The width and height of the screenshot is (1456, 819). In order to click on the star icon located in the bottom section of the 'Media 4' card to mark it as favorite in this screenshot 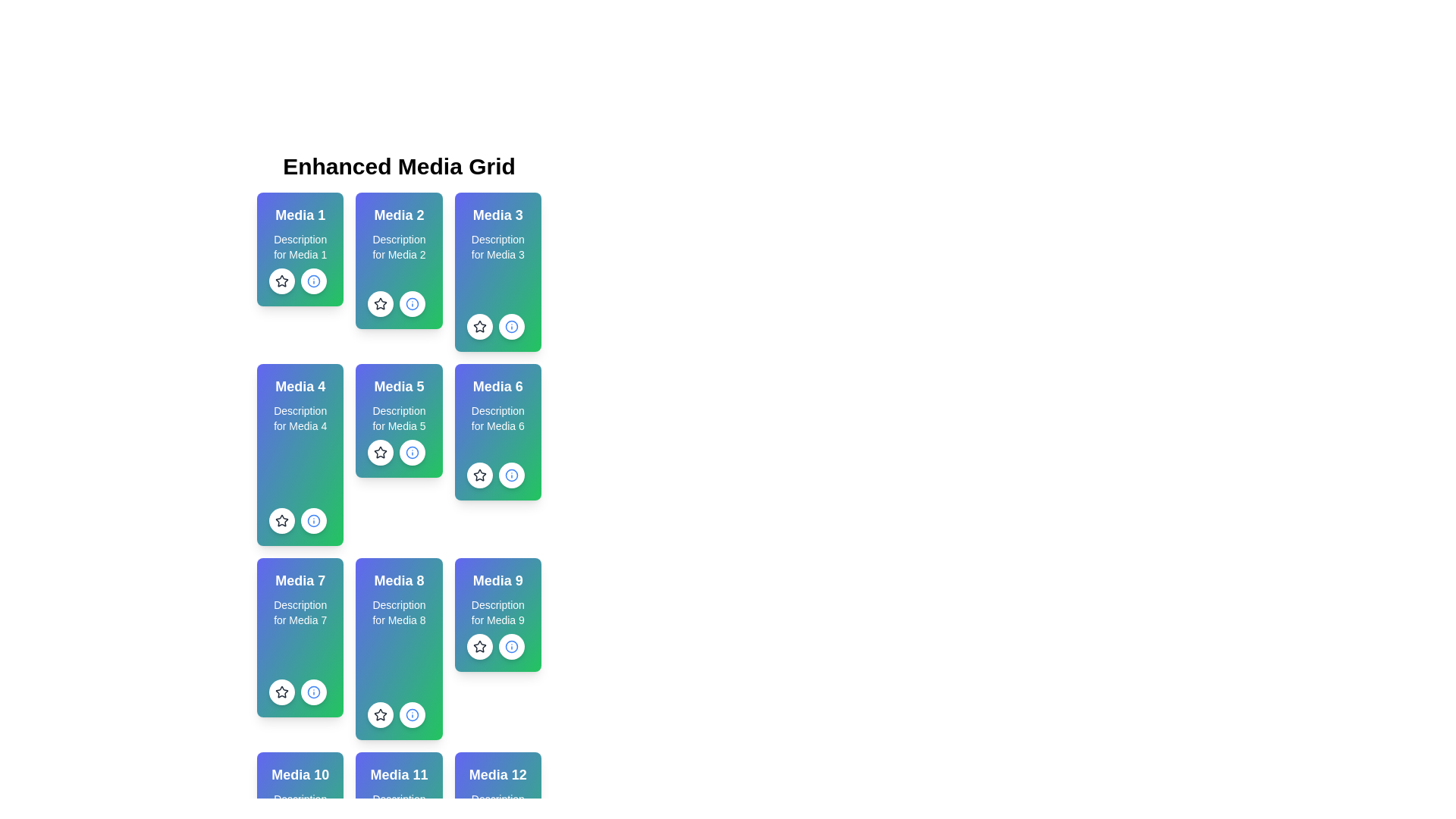, I will do `click(282, 519)`.